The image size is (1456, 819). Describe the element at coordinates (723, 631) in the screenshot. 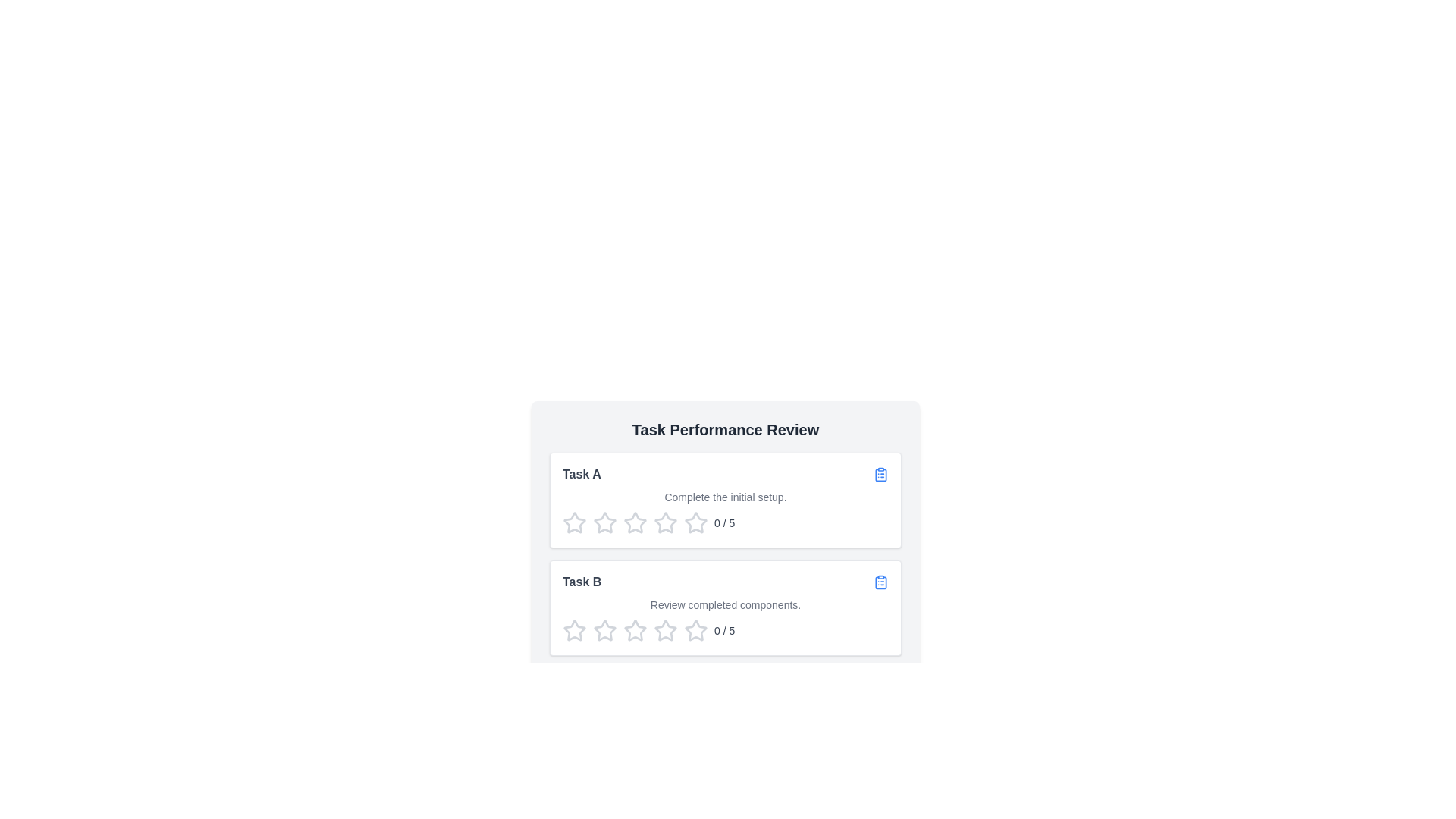

I see `the Text Label that displays the rating score out of 5 located in the bottom section of the 'Task Performance Review' panel under 'Task B', to the right of the star icons` at that location.